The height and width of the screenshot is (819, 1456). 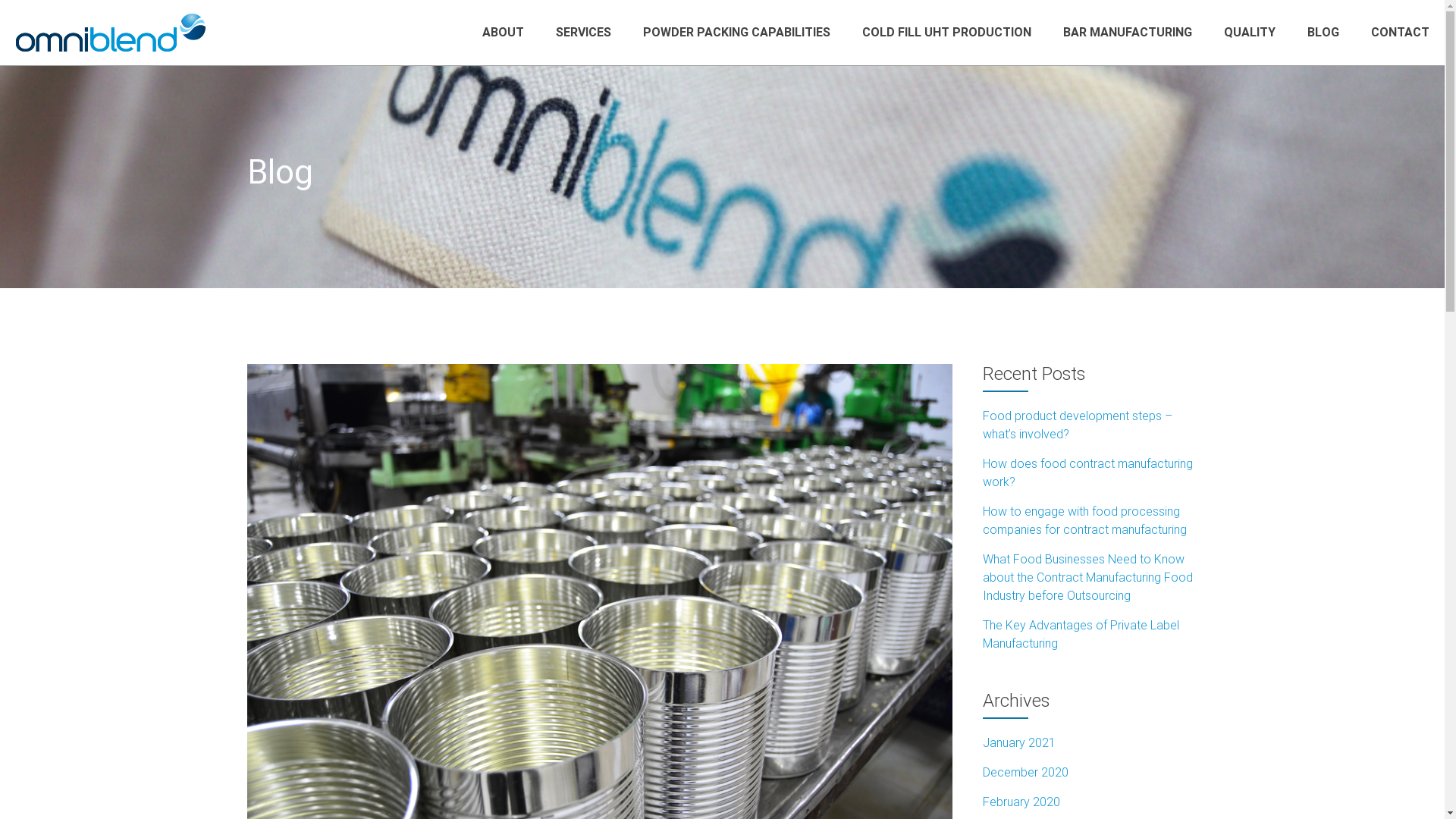 What do you see at coordinates (1021, 801) in the screenshot?
I see `'February 2020'` at bounding box center [1021, 801].